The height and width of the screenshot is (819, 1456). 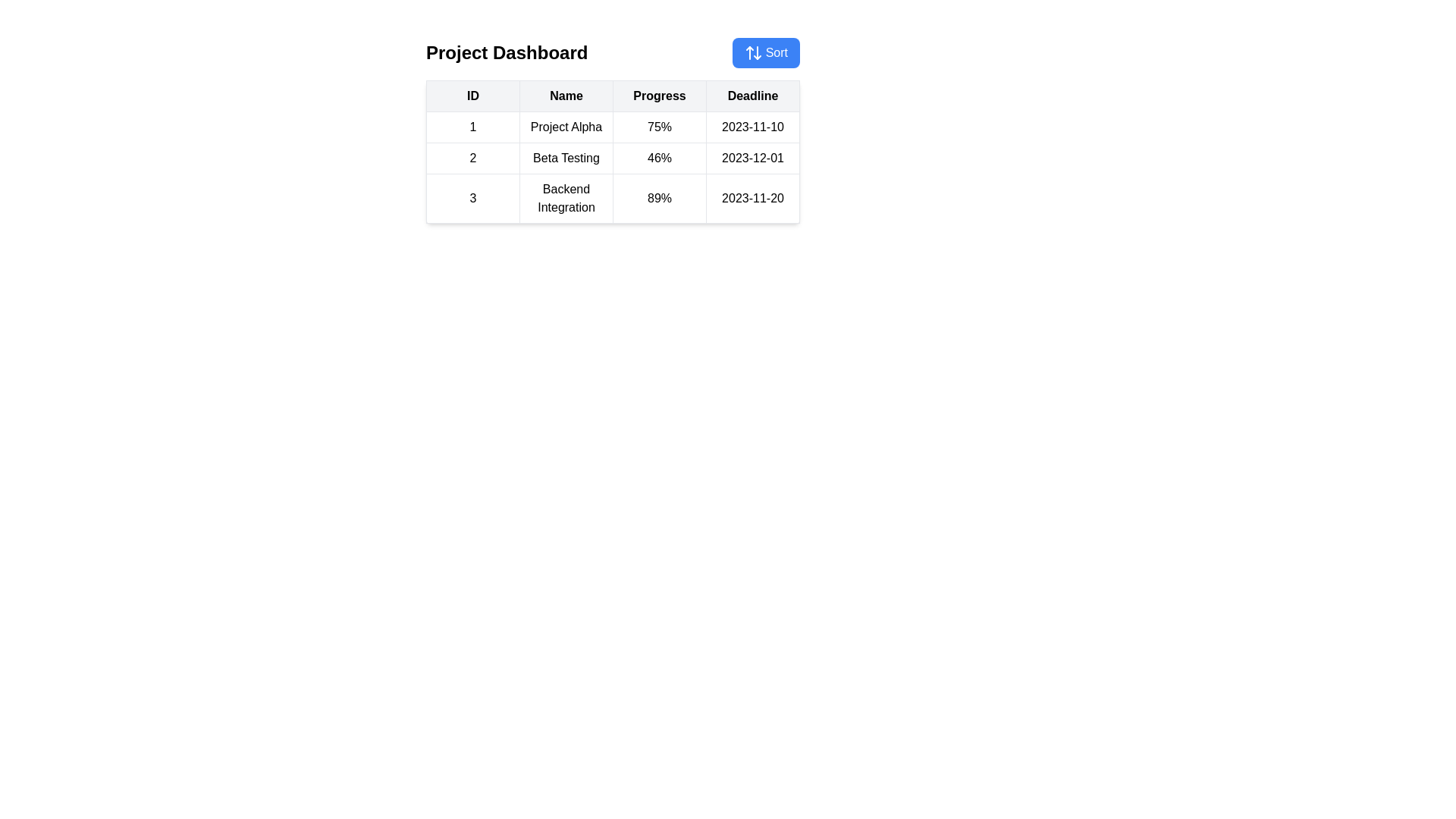 What do you see at coordinates (566, 198) in the screenshot?
I see `text from the label in the second column of the table row corresponding to the entry with ID '3'` at bounding box center [566, 198].